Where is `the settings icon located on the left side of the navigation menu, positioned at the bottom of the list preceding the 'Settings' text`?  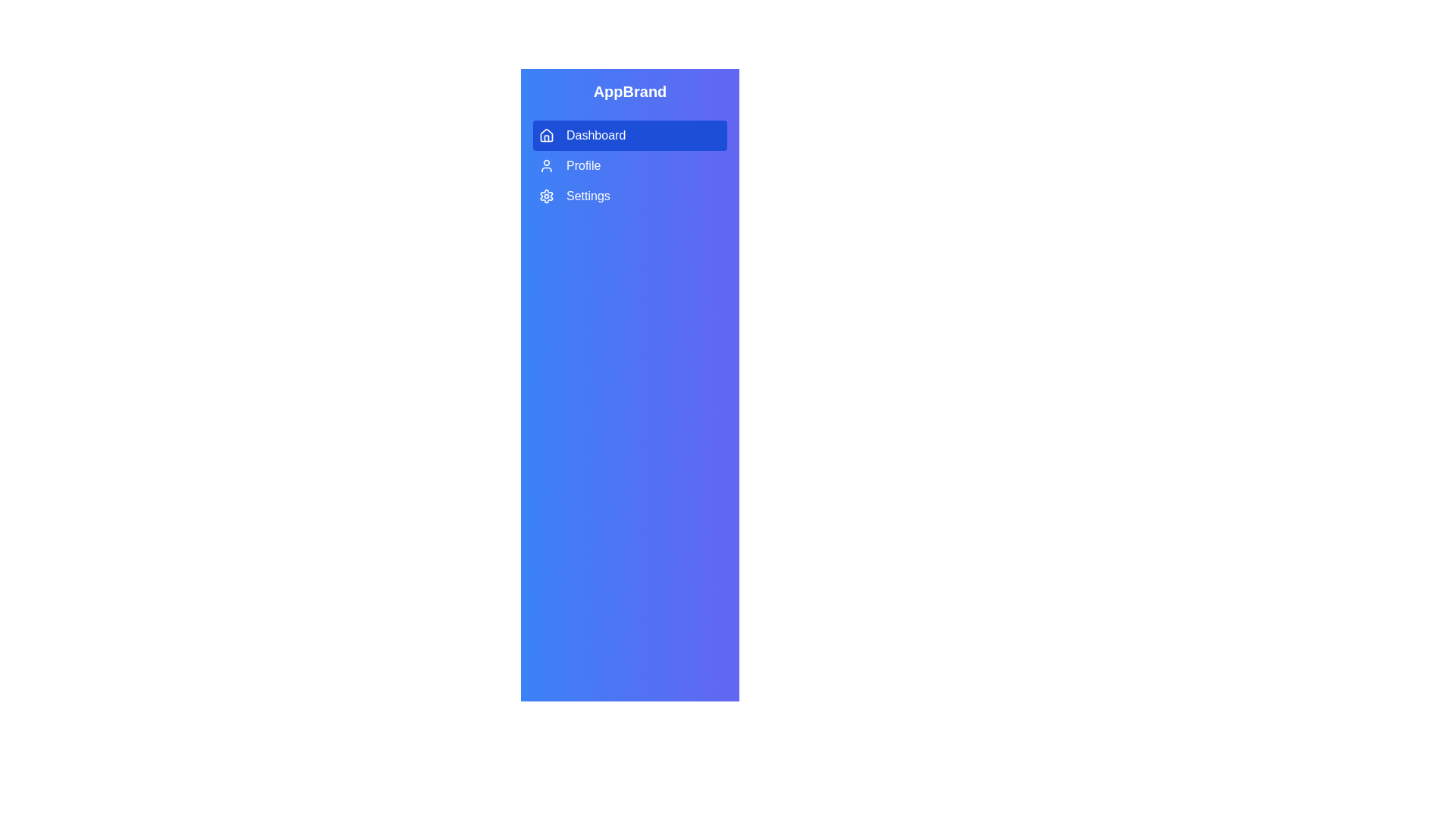 the settings icon located on the left side of the navigation menu, positioned at the bottom of the list preceding the 'Settings' text is located at coordinates (546, 195).